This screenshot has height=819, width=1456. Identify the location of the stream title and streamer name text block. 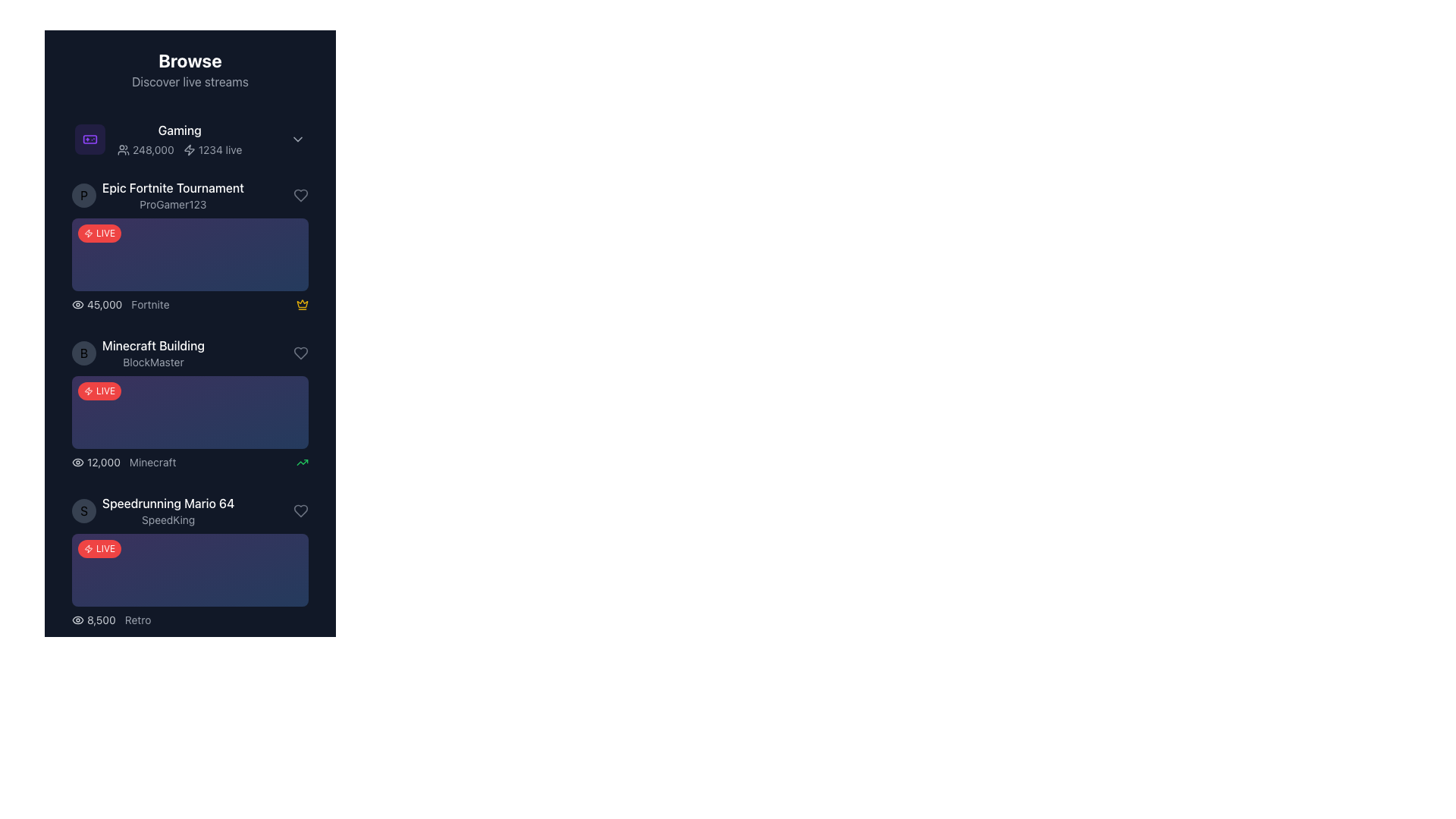
(168, 511).